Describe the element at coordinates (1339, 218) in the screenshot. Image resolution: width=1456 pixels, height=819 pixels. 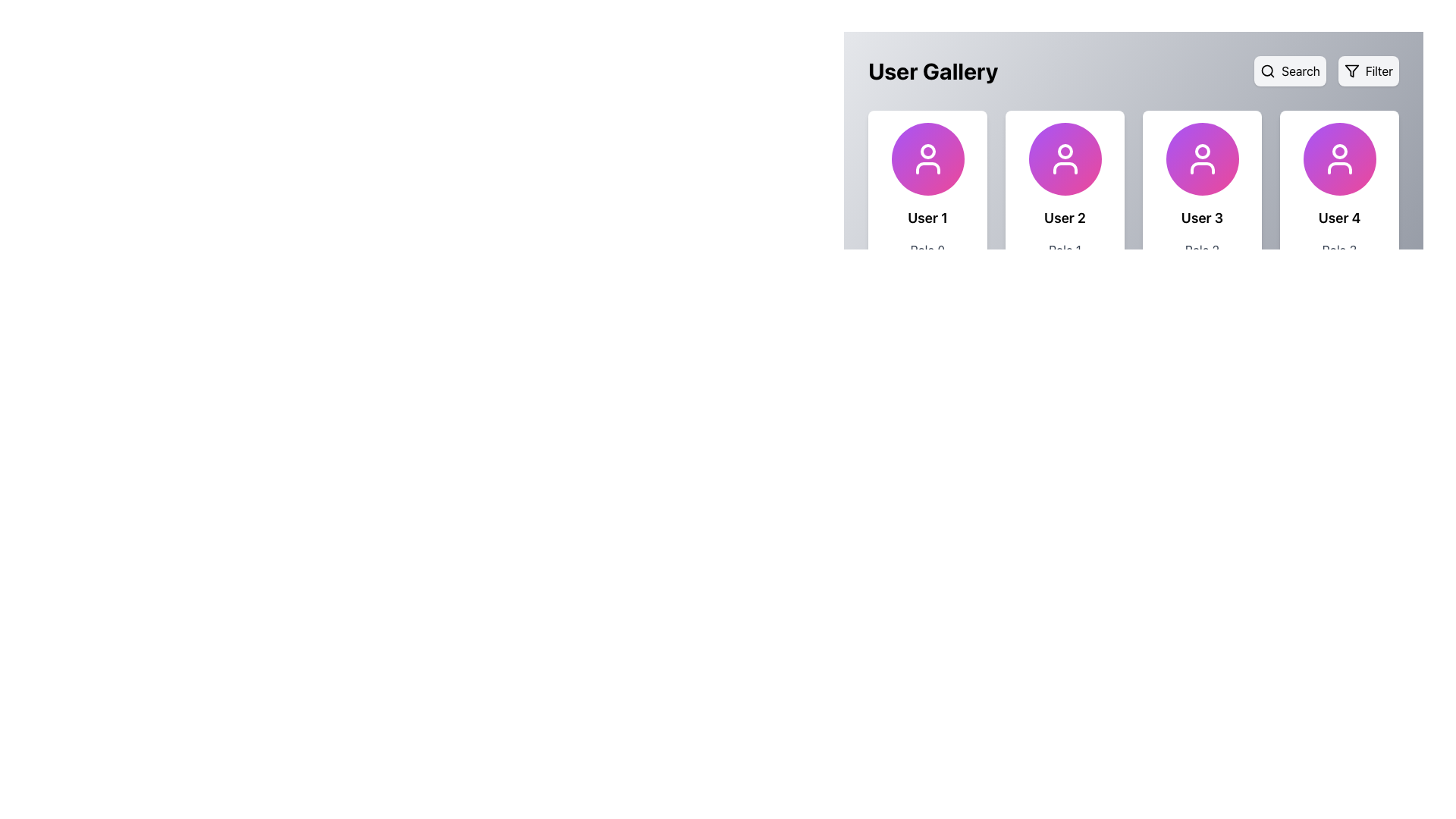
I see `text label displaying 'User 4' which is located below the avatar in the rightmost user card of a horizontal row` at that location.